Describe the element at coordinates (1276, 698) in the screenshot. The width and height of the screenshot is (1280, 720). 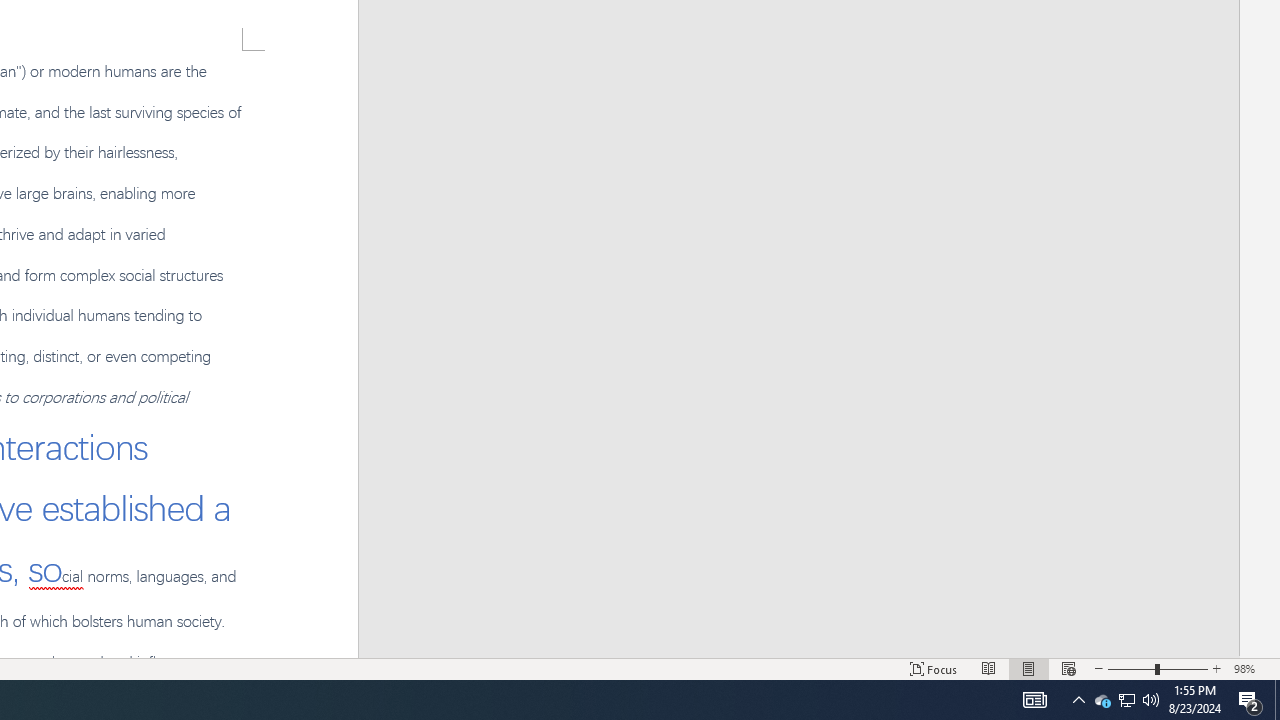
I see `'Show desktop'` at that location.